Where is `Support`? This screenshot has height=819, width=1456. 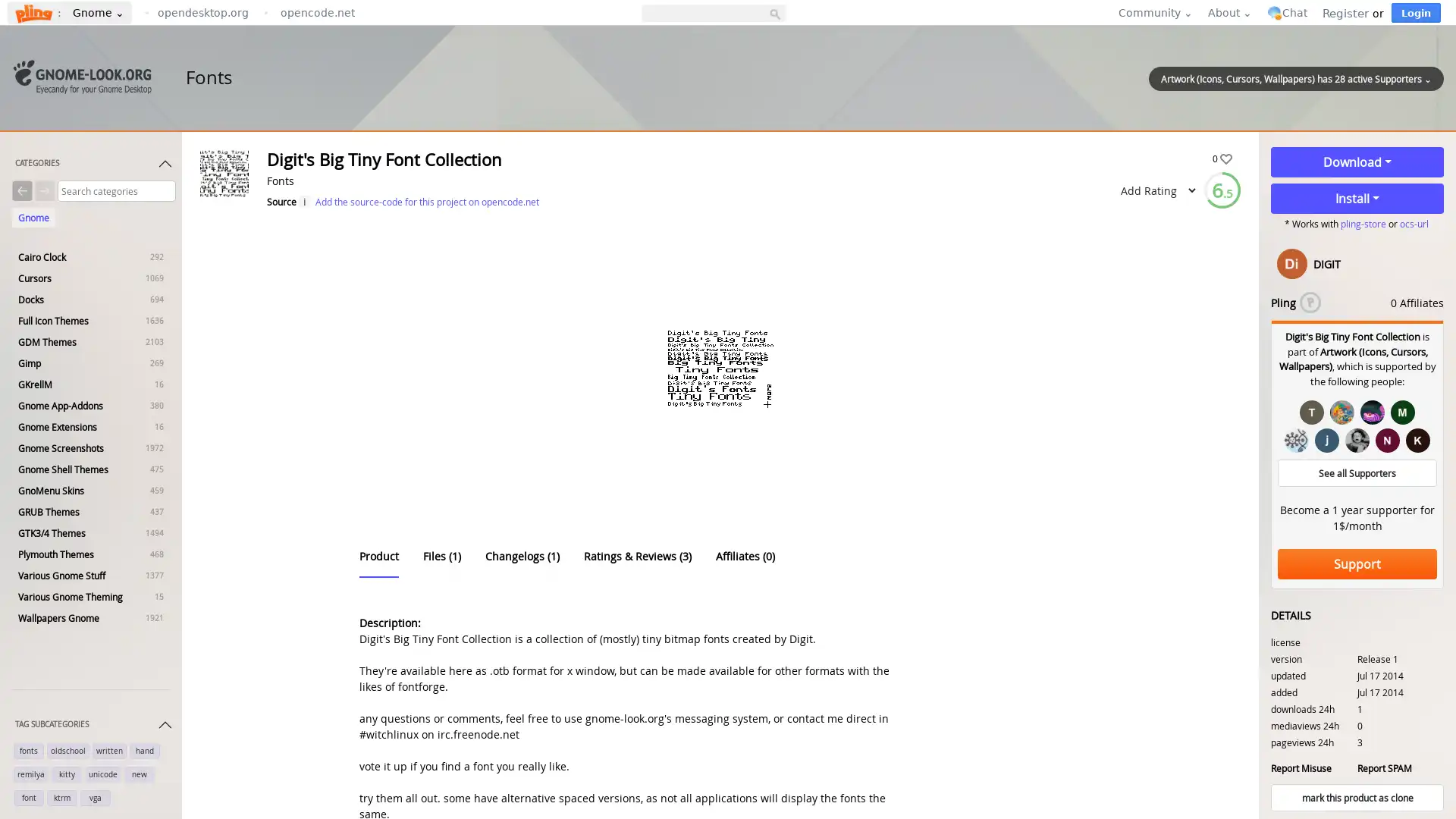 Support is located at coordinates (1357, 564).